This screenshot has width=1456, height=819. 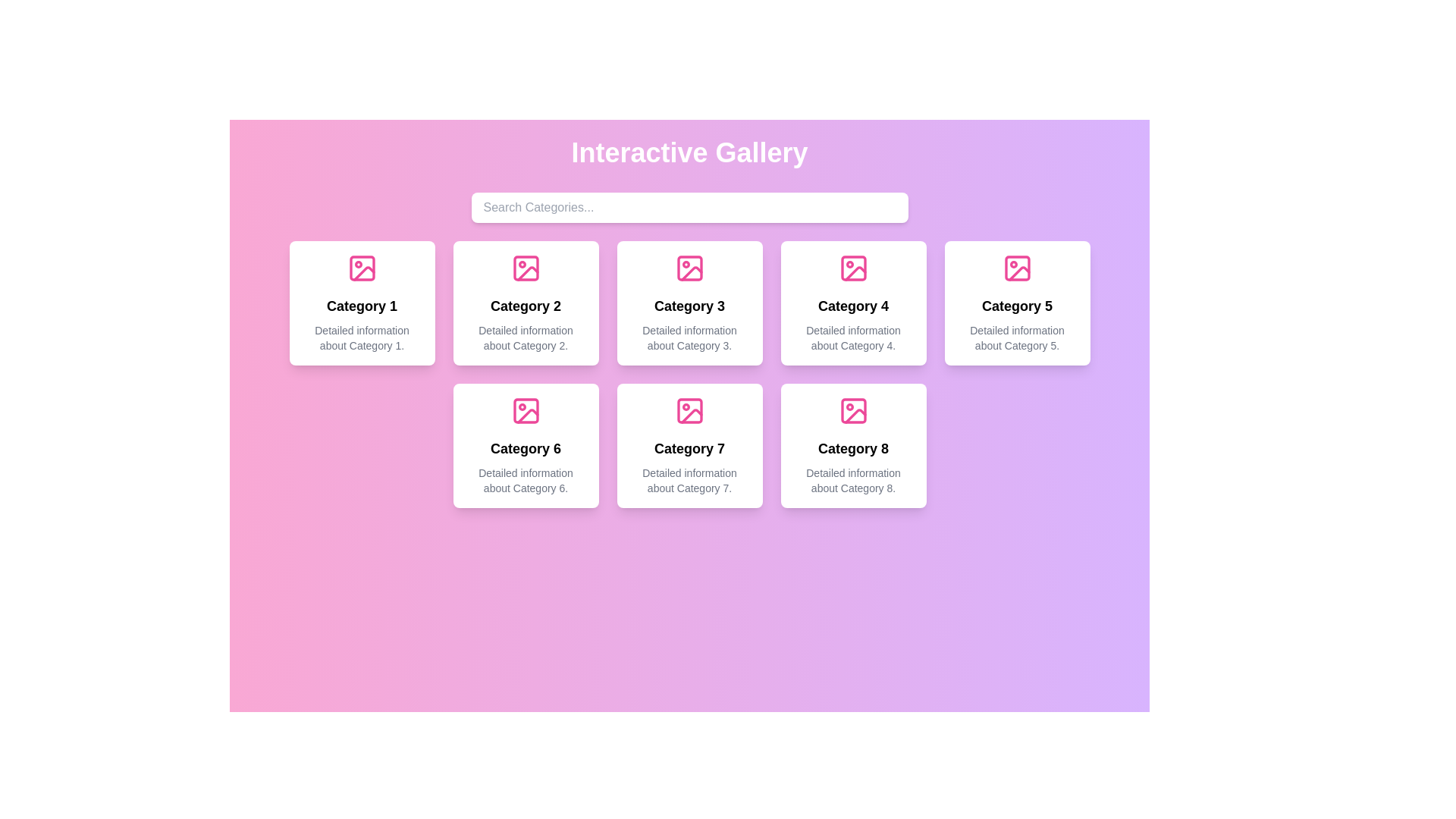 I want to click on the 'Category 5' label, which is styled in bold and centered within its card, located in the second row and second column of the grid layout, so click(x=1017, y=306).